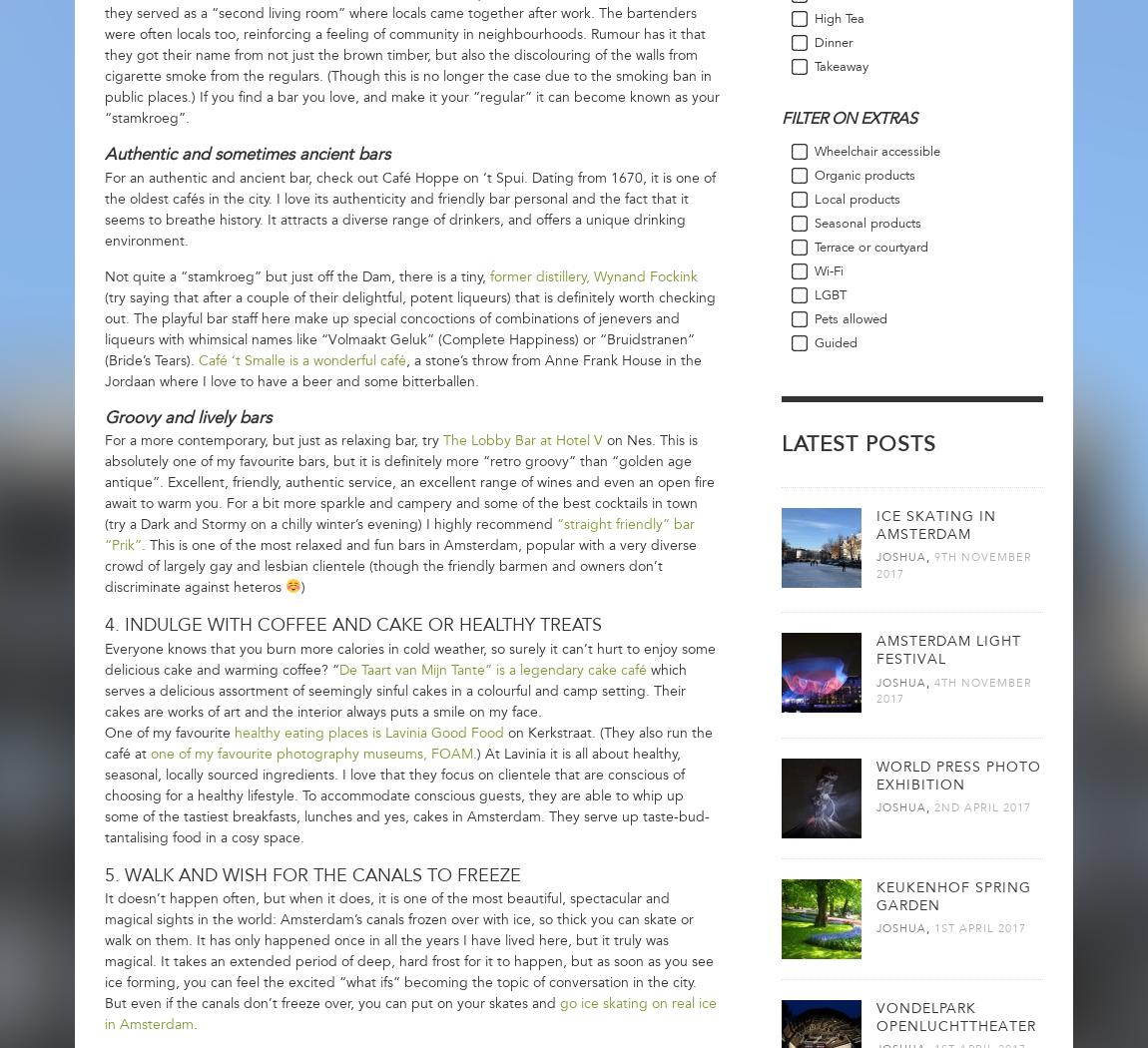 This screenshot has height=1048, width=1148. What do you see at coordinates (187, 416) in the screenshot?
I see `'Groovy and lively bars'` at bounding box center [187, 416].